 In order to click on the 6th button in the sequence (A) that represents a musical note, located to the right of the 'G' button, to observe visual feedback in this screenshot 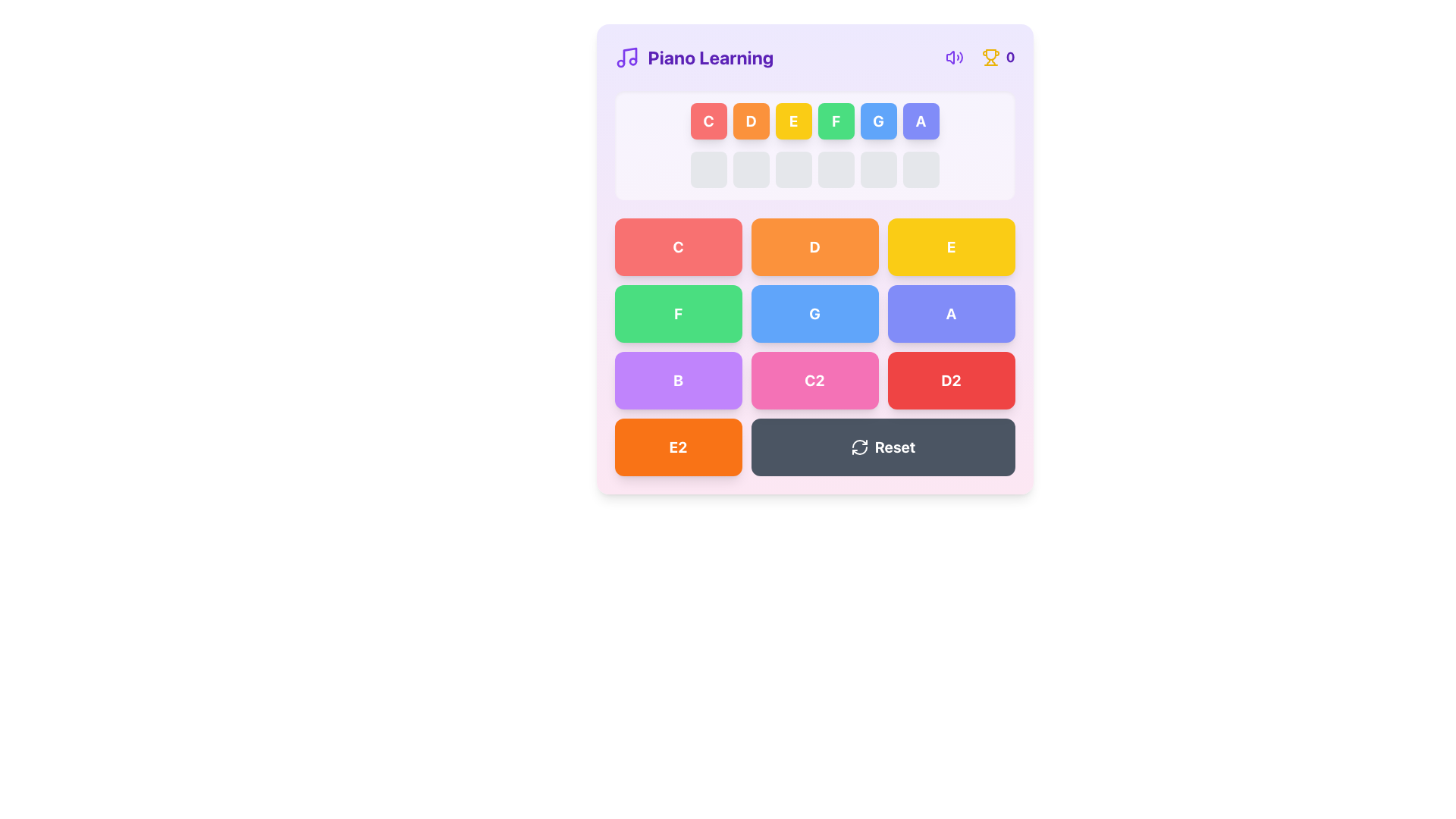, I will do `click(920, 120)`.